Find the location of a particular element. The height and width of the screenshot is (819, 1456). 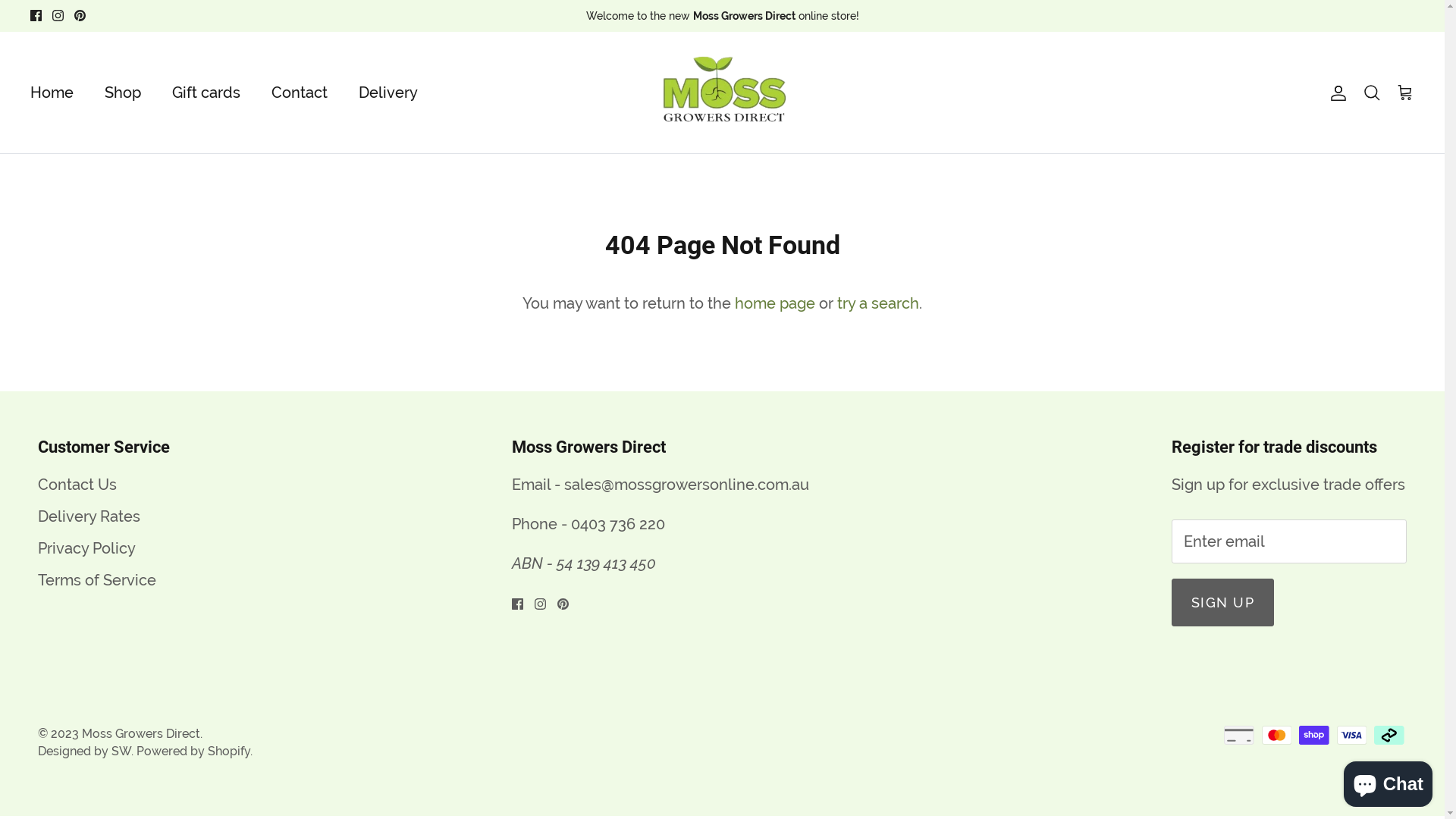

'Contact' is located at coordinates (299, 93).